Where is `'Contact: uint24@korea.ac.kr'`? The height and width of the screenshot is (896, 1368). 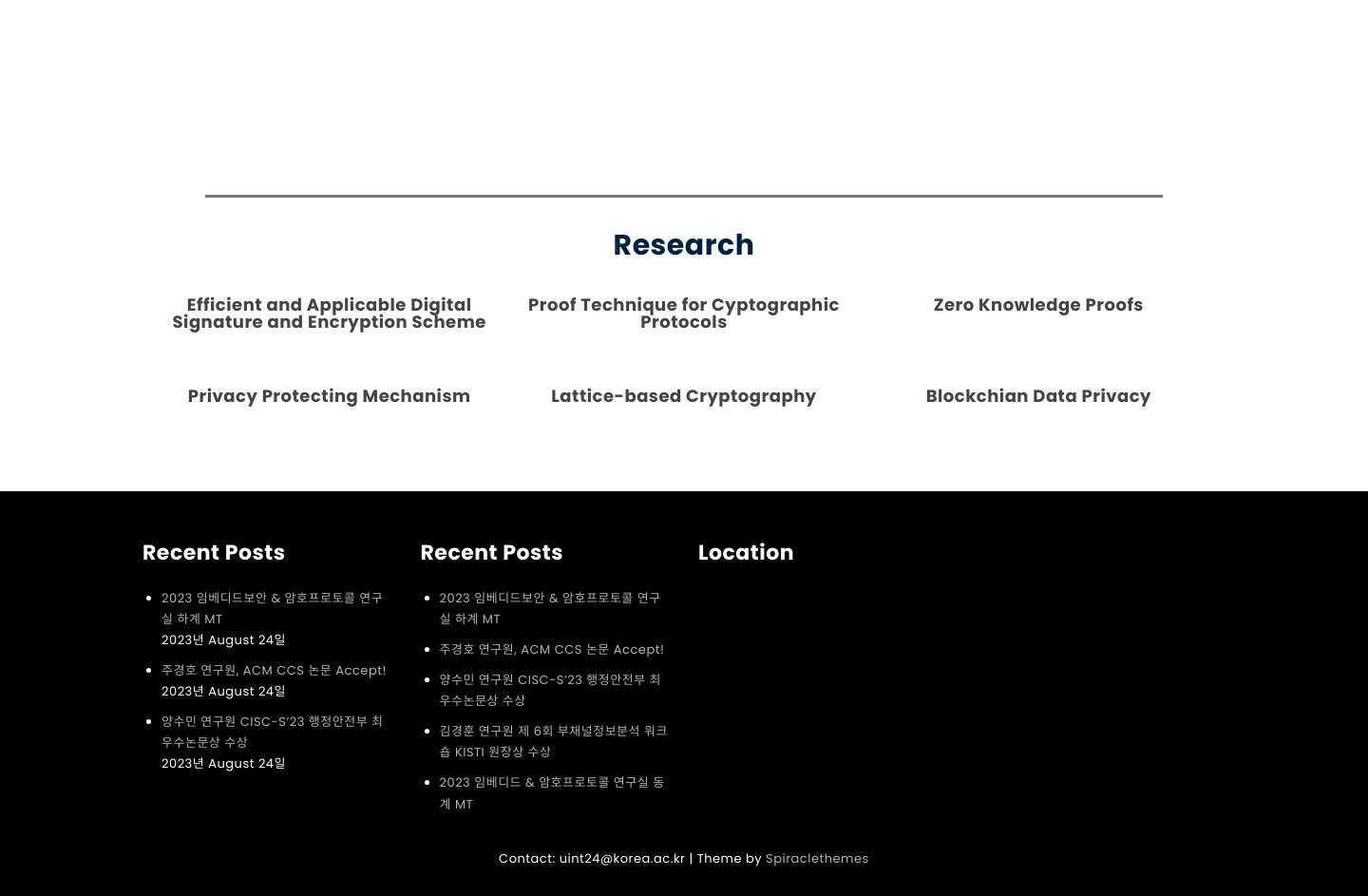 'Contact: uint24@korea.ac.kr' is located at coordinates (590, 856).